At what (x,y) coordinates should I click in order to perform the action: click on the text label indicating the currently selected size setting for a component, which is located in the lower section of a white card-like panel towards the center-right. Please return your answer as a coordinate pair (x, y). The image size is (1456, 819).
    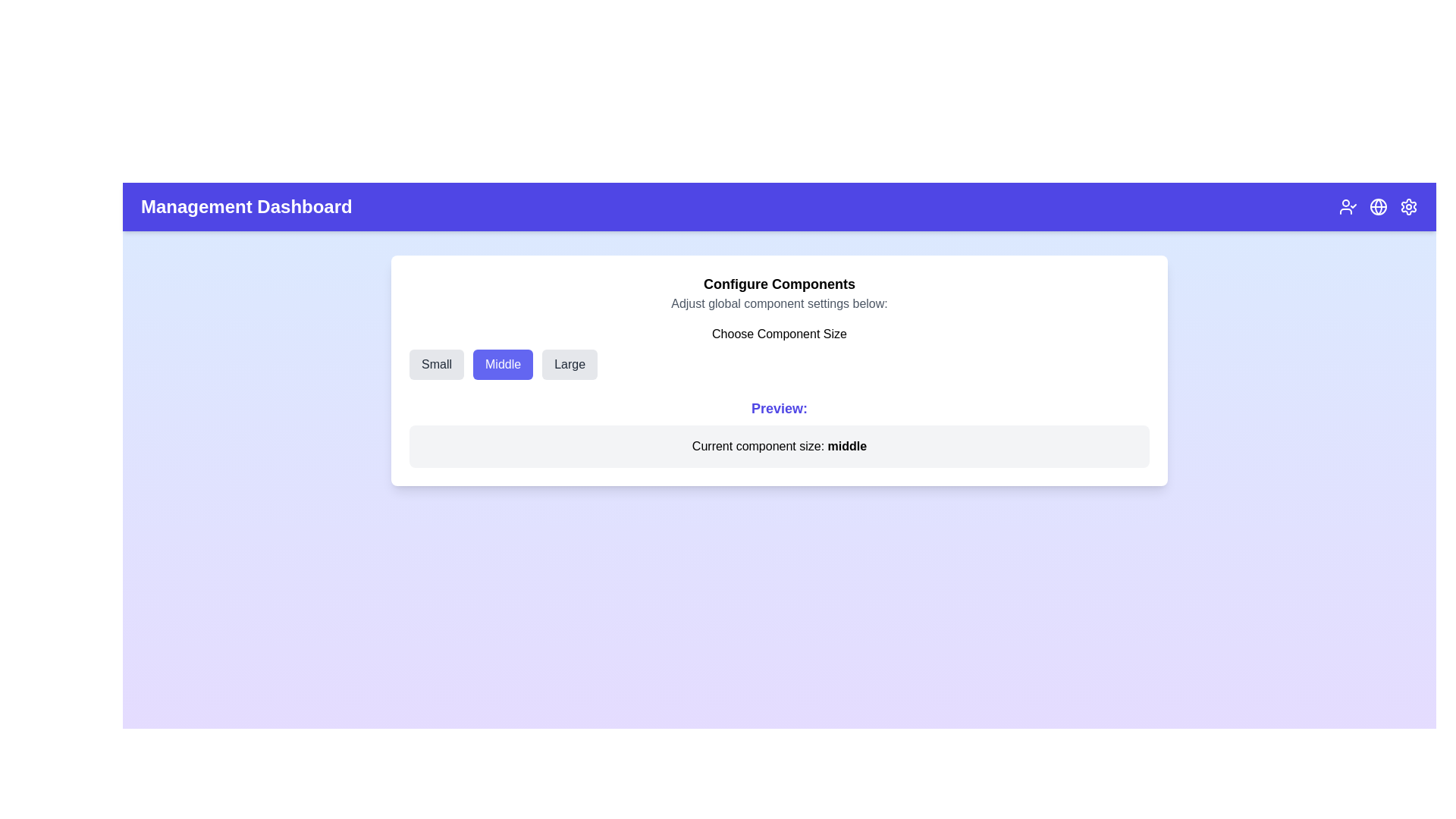
    Looking at the image, I should click on (846, 445).